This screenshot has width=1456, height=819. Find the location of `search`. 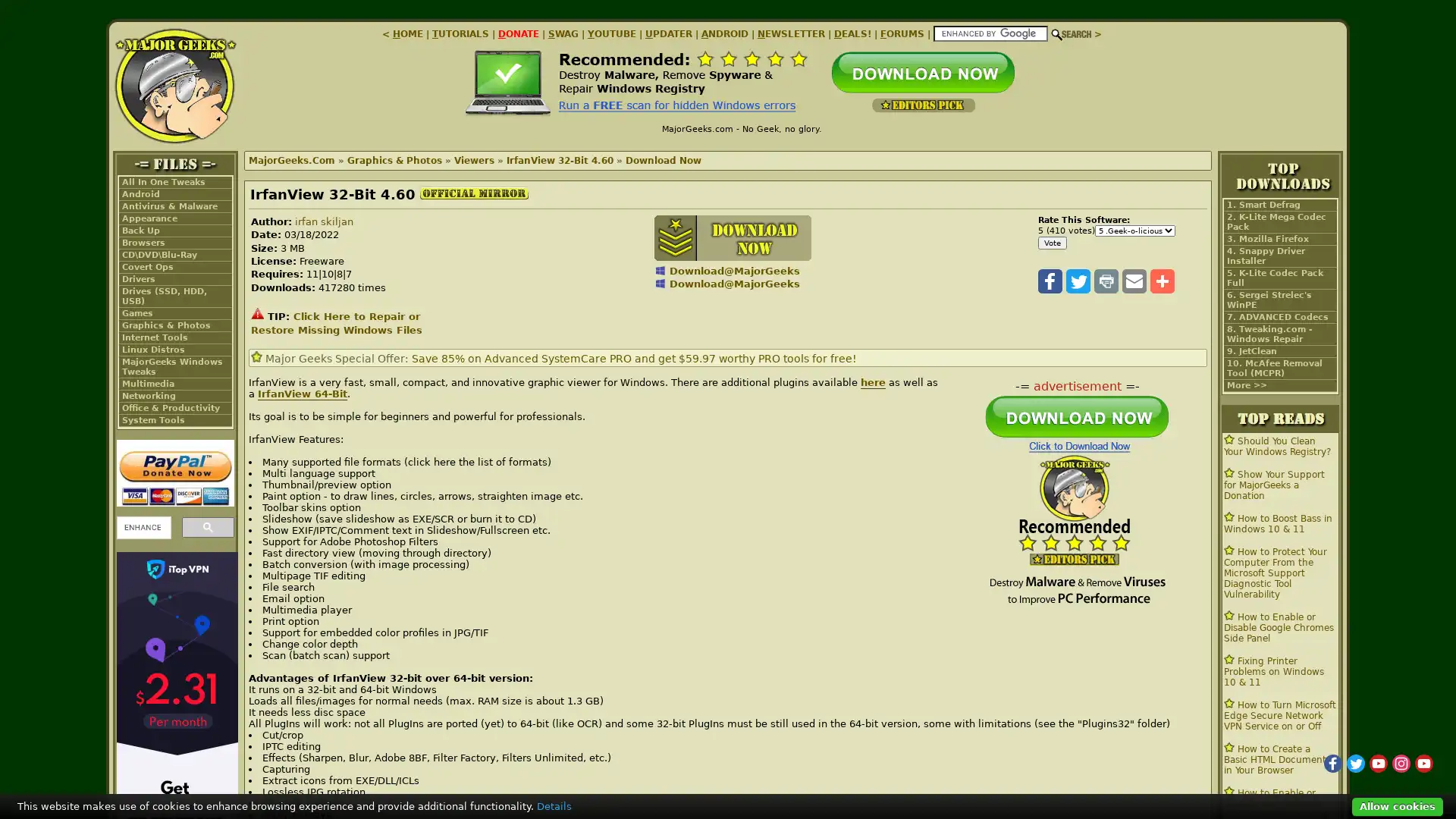

search is located at coordinates (207, 526).